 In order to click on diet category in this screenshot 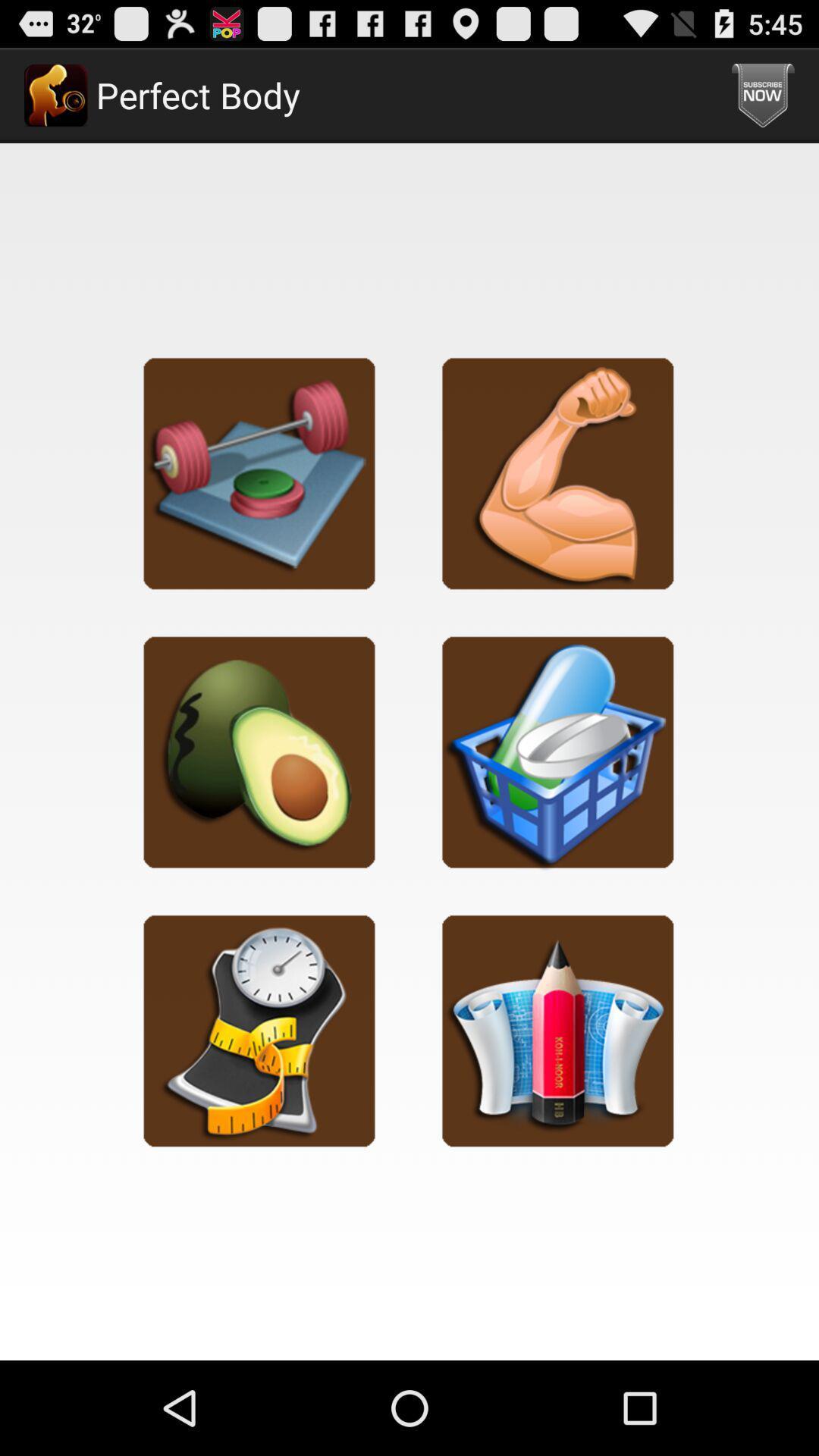, I will do `click(259, 752)`.